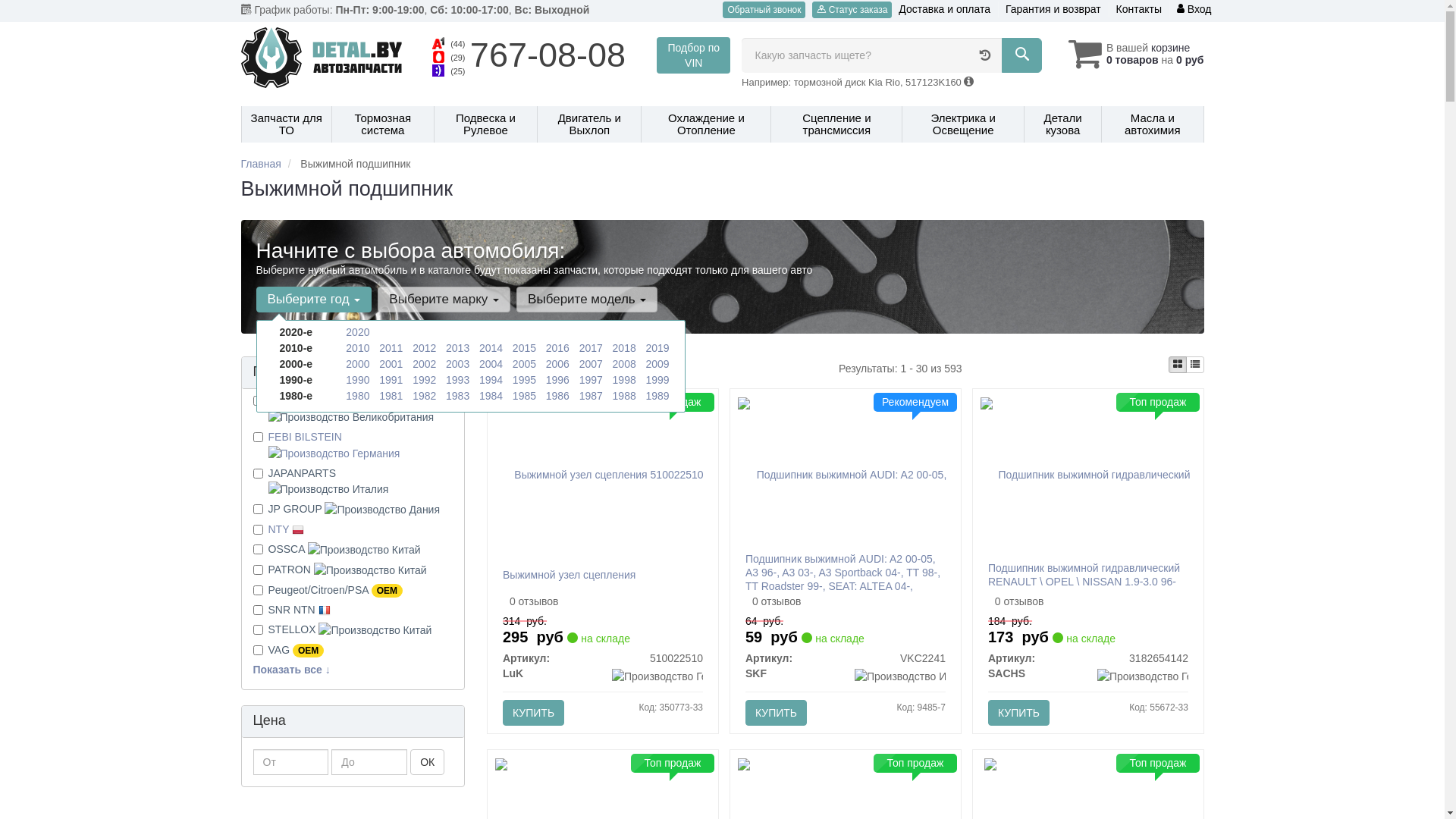 The width and height of the screenshot is (1456, 819). What do you see at coordinates (469, 54) in the screenshot?
I see `'767-08-08'` at bounding box center [469, 54].